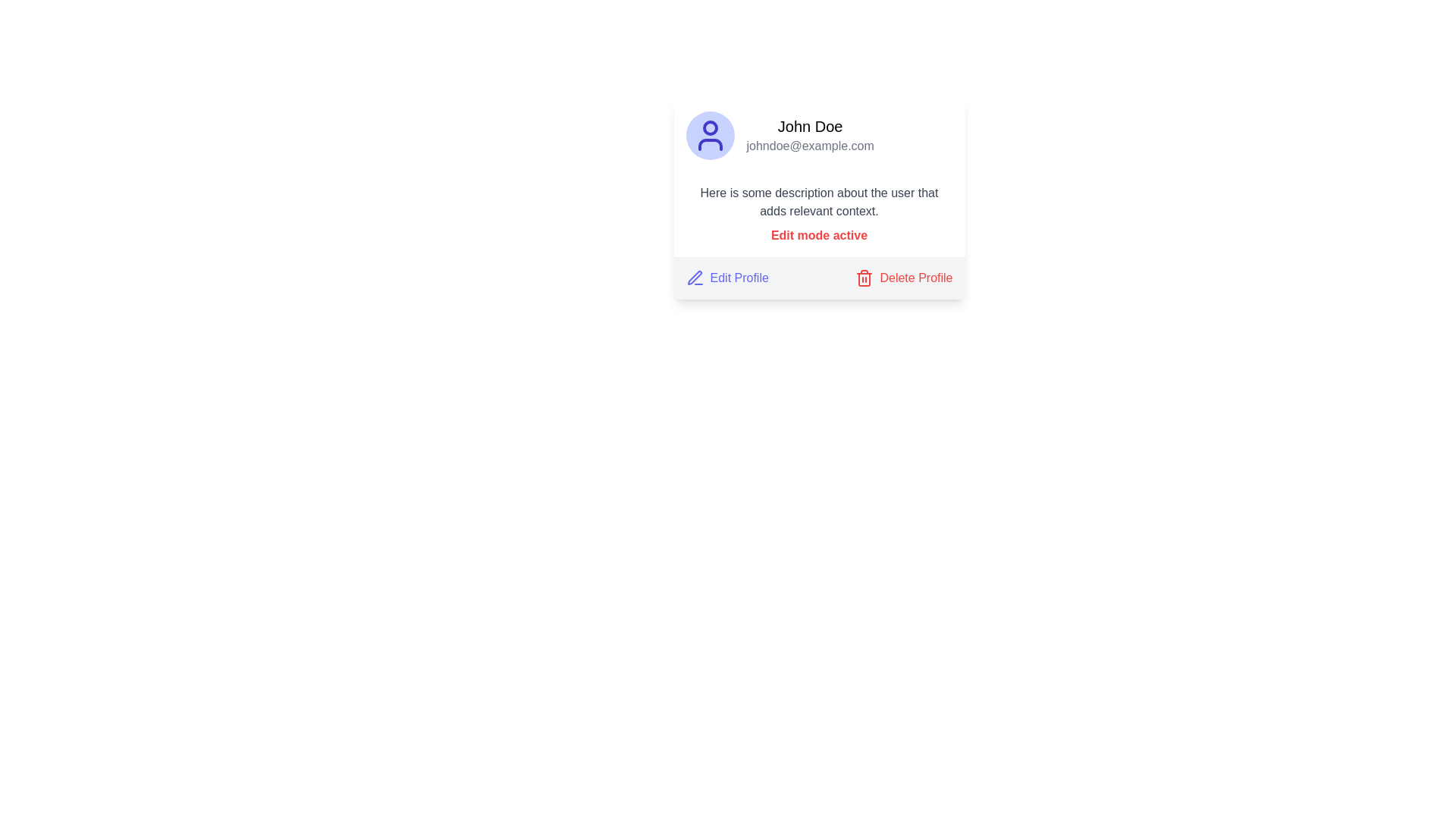 The image size is (1456, 819). What do you see at coordinates (904, 278) in the screenshot?
I see `the red 'Delete Profile' button with a trash bin icon` at bounding box center [904, 278].